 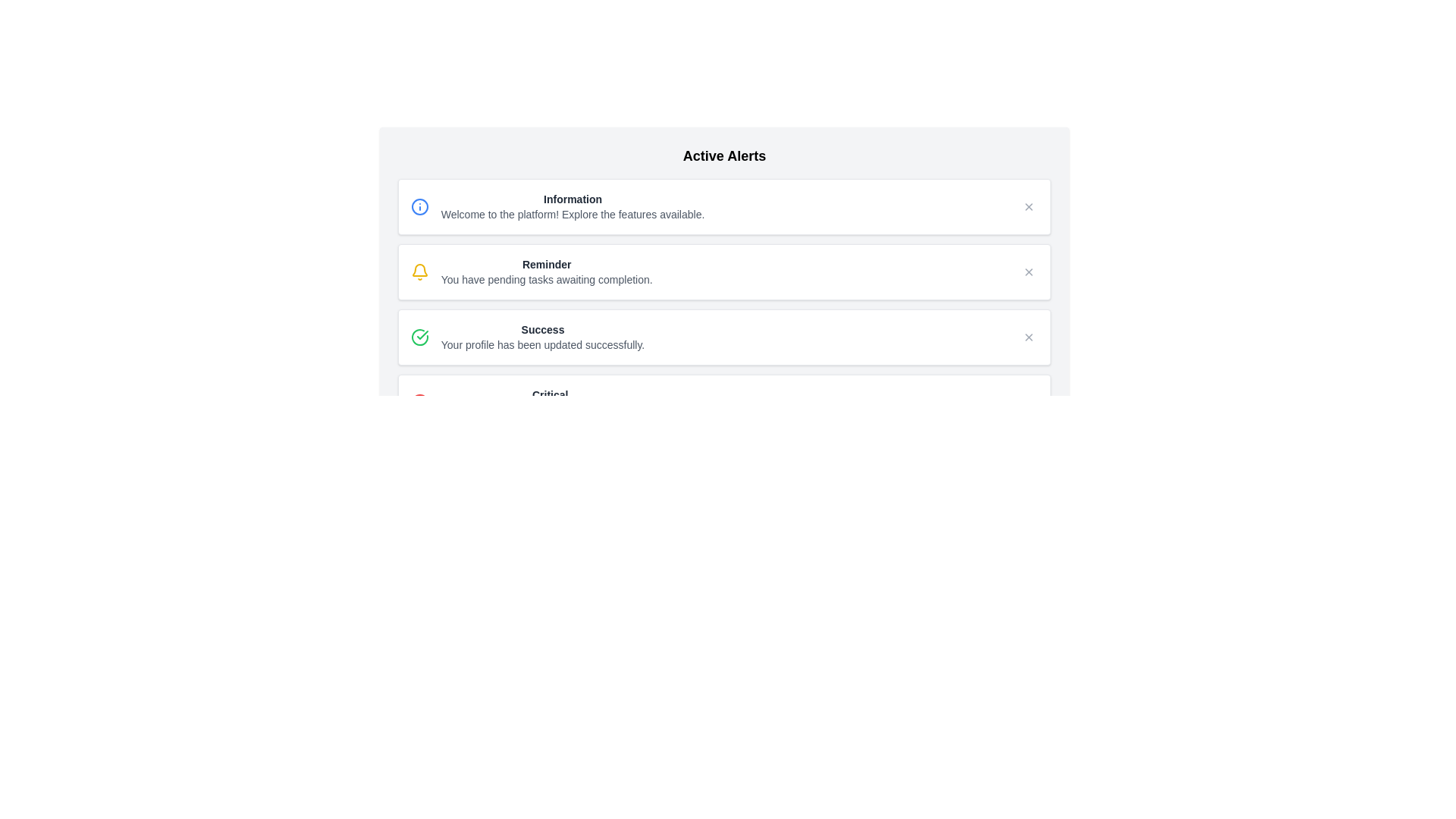 I want to click on text block component containing the header 'Information' and the body text 'Welcome to the platform! Explore the features available.' located in the uppermost alert card within the 'Active Alerts' section, so click(x=572, y=207).